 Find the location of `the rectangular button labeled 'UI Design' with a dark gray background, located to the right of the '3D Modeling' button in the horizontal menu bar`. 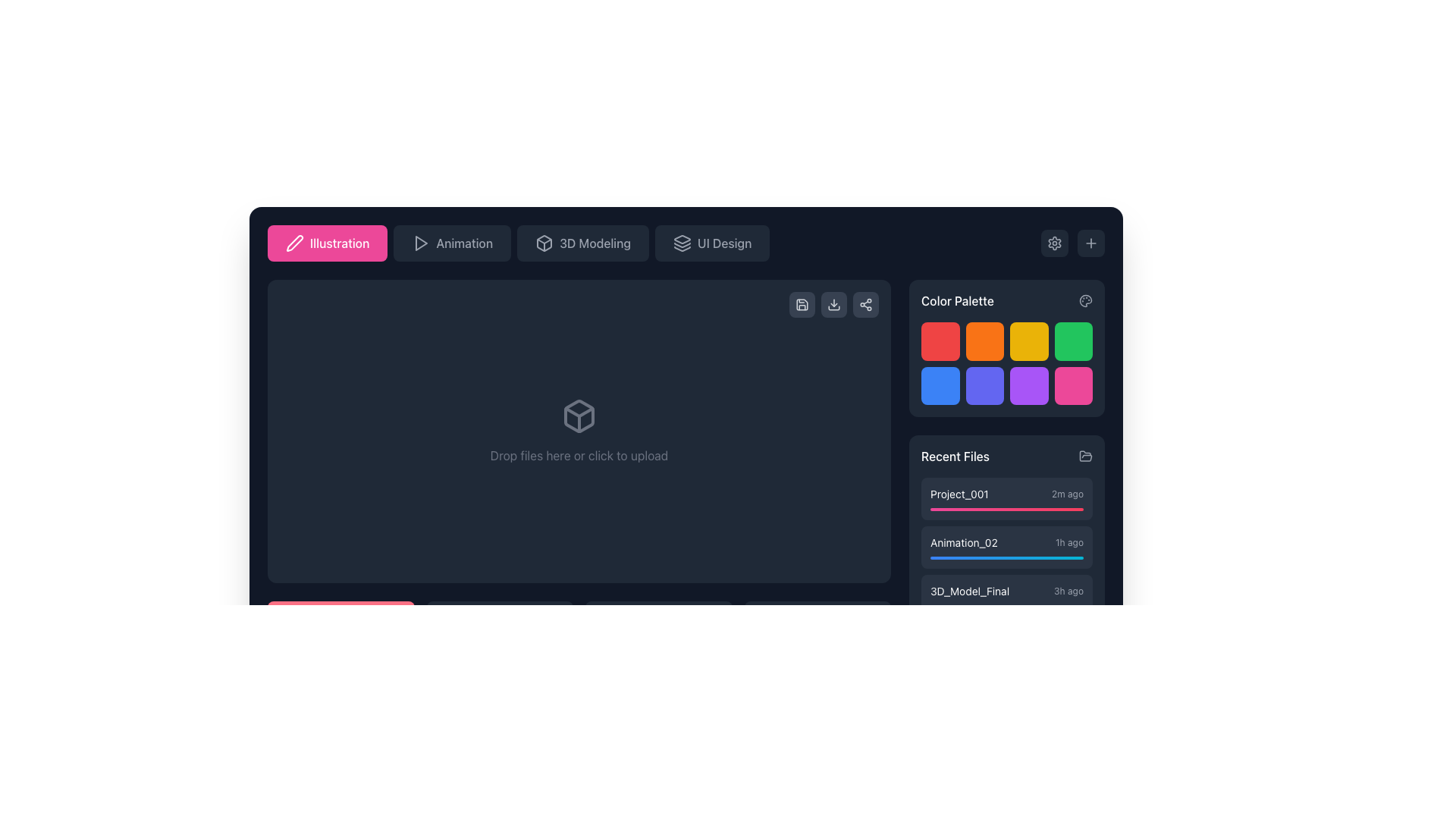

the rectangular button labeled 'UI Design' with a dark gray background, located to the right of the '3D Modeling' button in the horizontal menu bar is located at coordinates (711, 242).